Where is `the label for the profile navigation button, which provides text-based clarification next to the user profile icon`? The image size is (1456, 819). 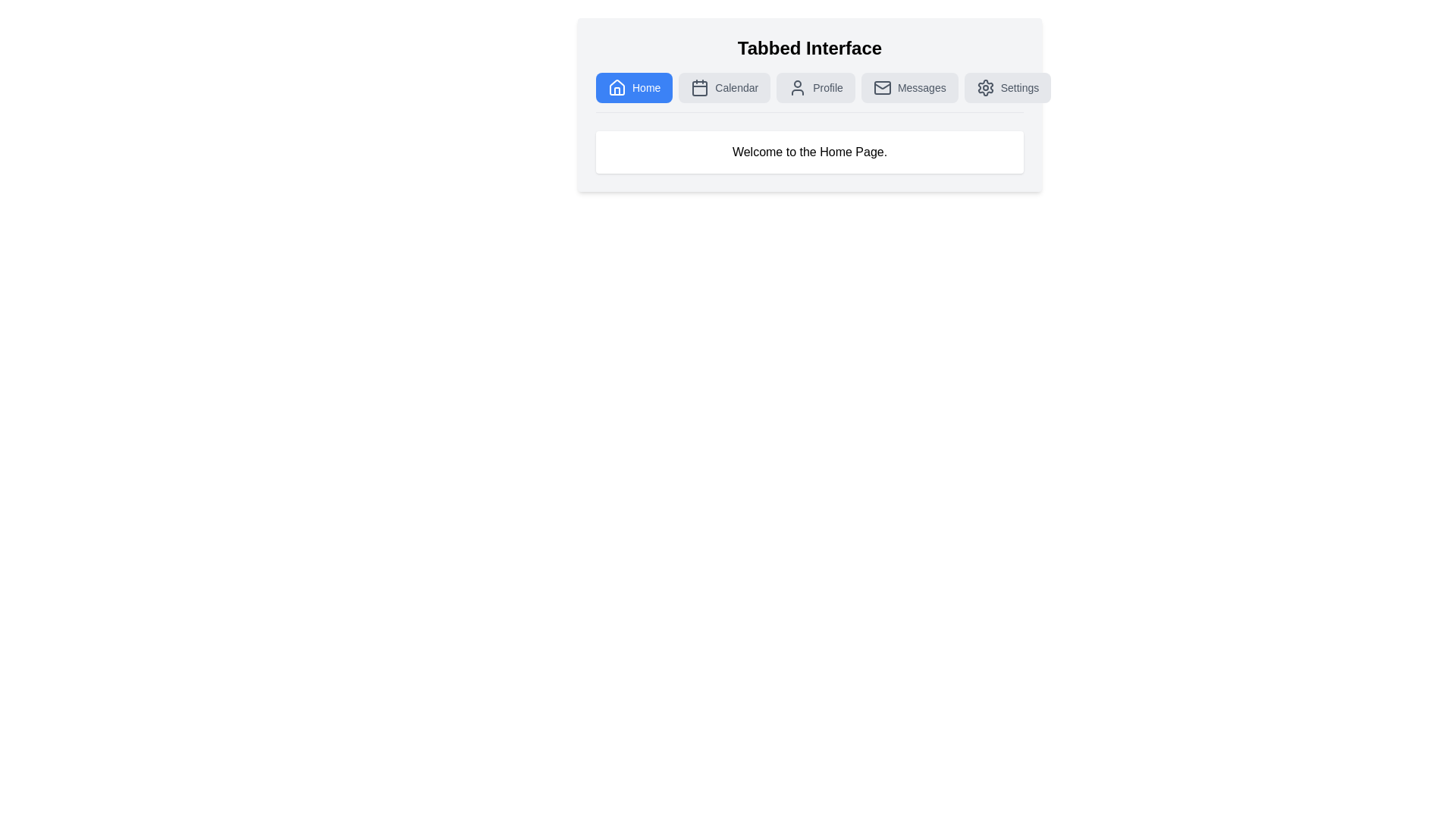
the label for the profile navigation button, which provides text-based clarification next to the user profile icon is located at coordinates (827, 87).